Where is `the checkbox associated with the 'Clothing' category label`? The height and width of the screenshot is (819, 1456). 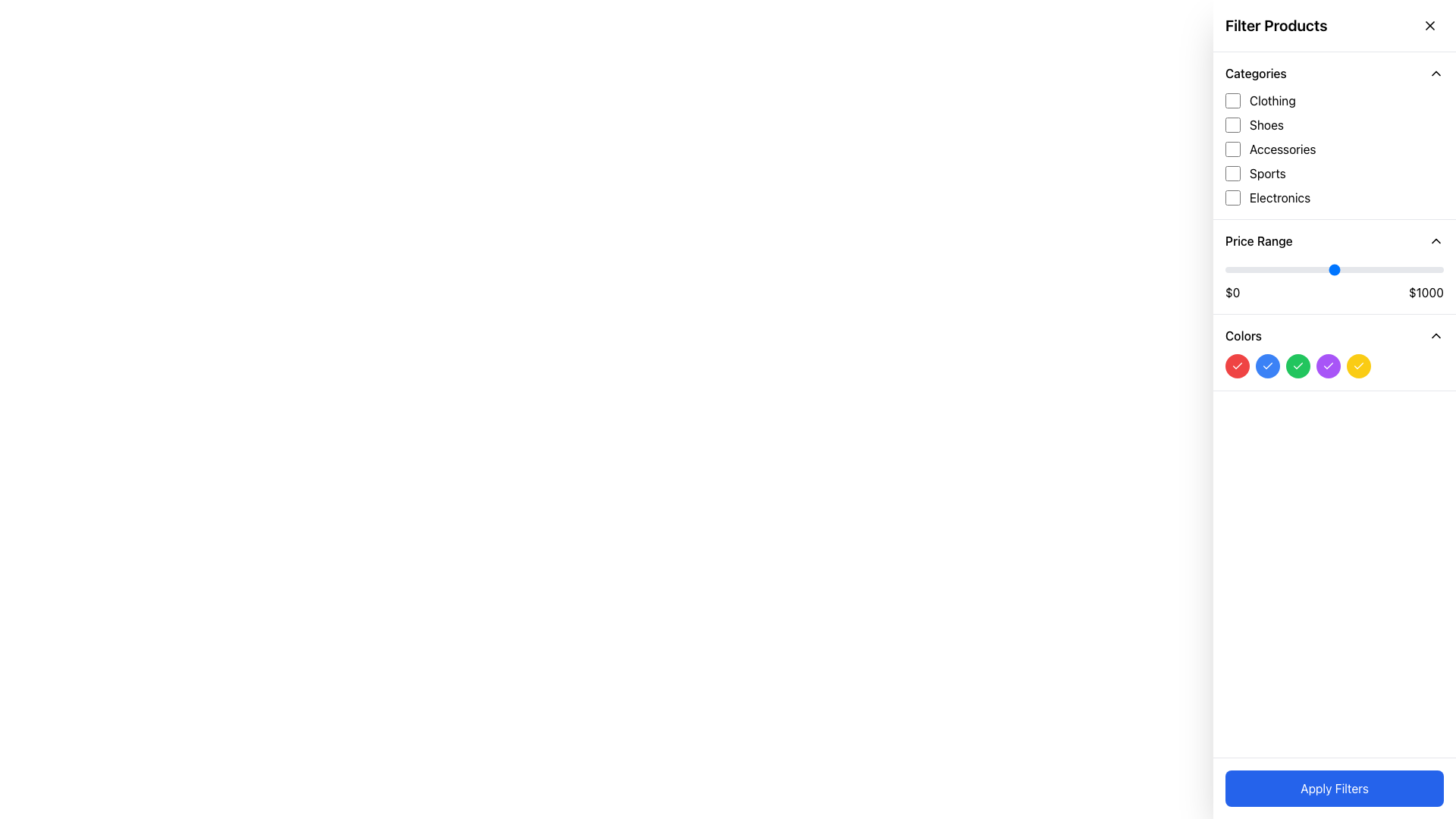 the checkbox associated with the 'Clothing' category label is located at coordinates (1272, 100).